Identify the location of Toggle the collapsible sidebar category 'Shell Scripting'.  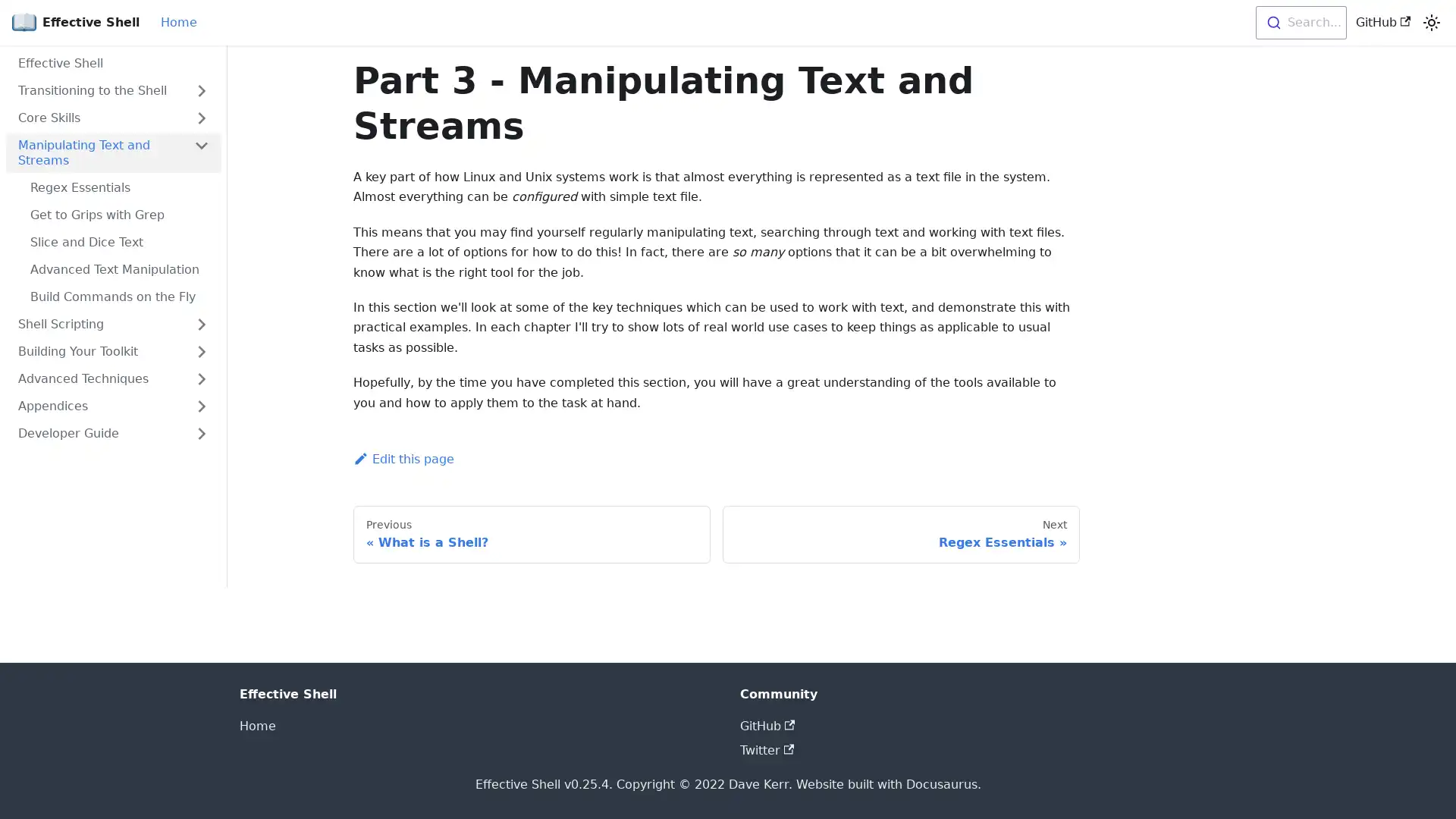
(200, 324).